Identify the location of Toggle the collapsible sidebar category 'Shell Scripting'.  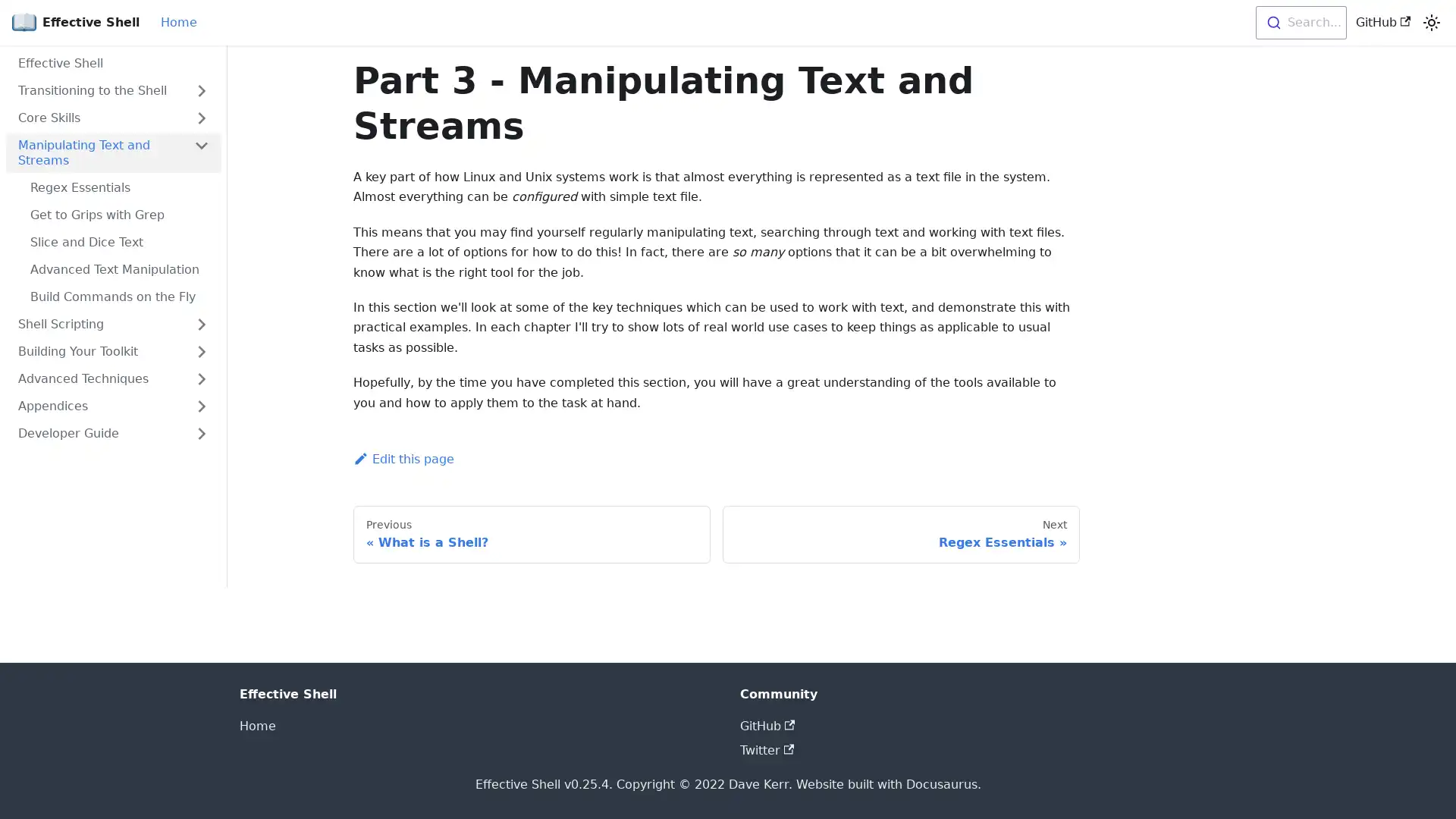
(200, 324).